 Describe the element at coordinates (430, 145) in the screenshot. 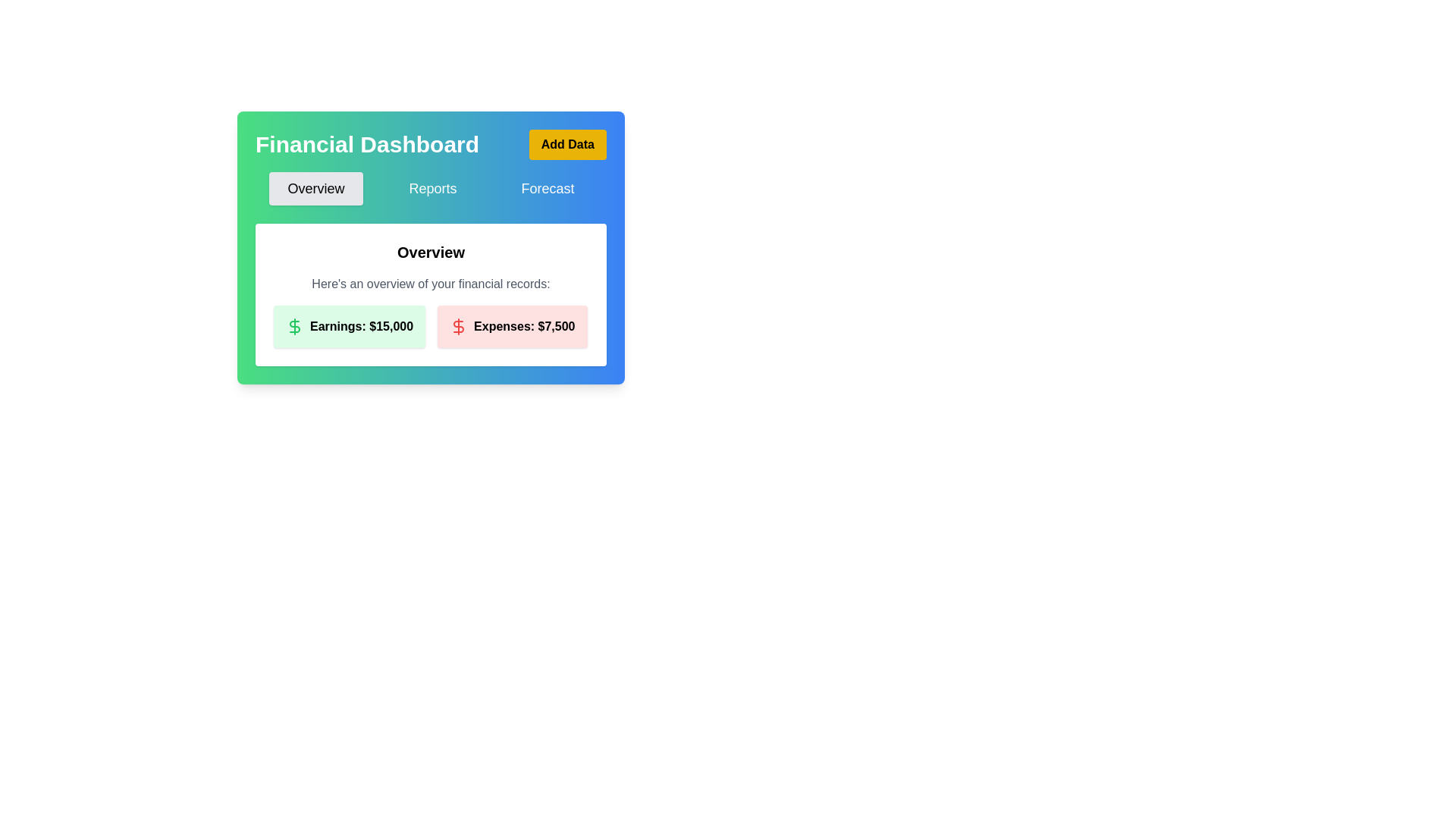

I see `title from the header element located at the top of the interface, which spans horizontally and contains an action button on the right` at that location.